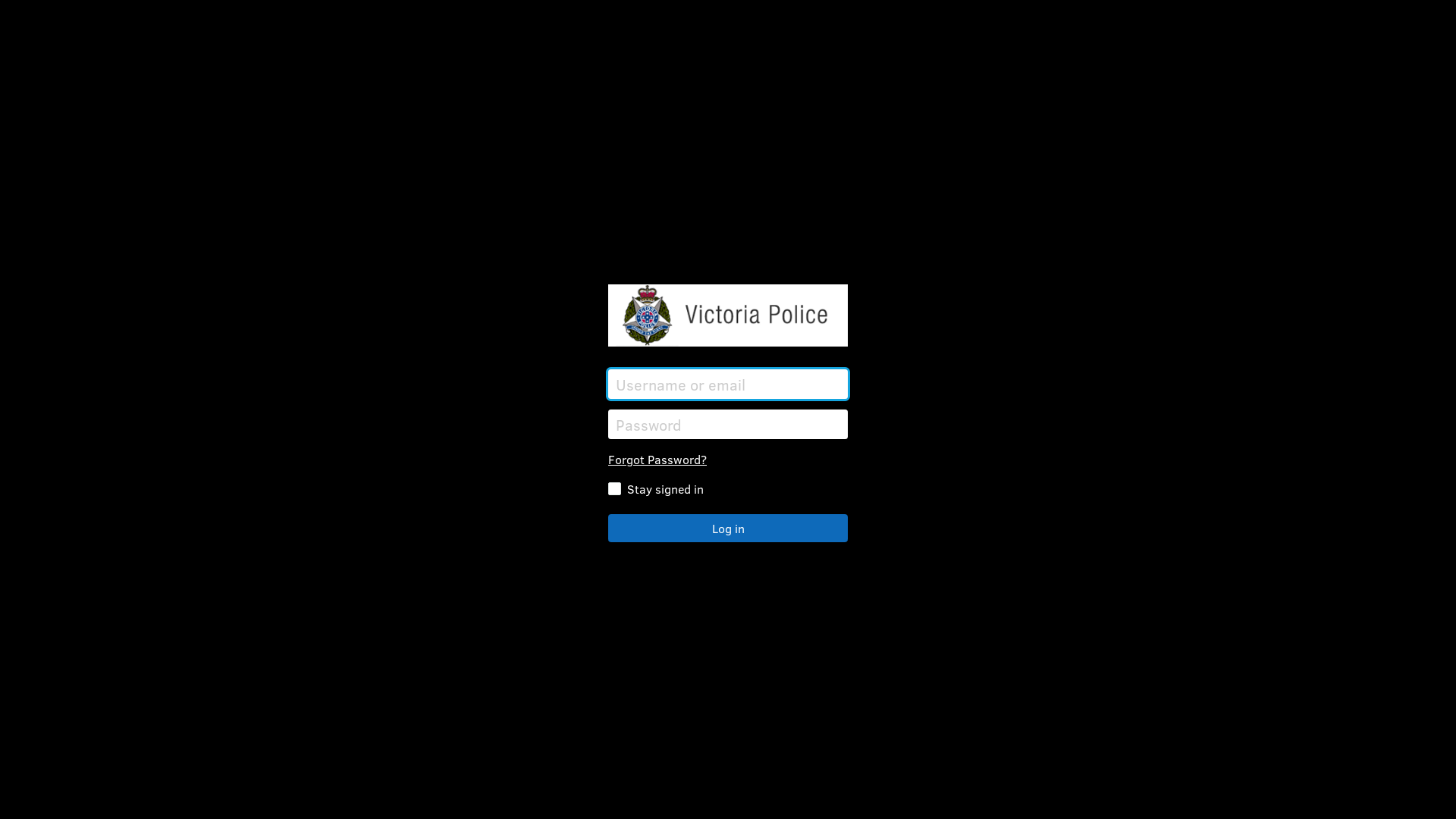 This screenshot has width=1456, height=819. Describe the element at coordinates (728, 527) in the screenshot. I see `'Log in'` at that location.